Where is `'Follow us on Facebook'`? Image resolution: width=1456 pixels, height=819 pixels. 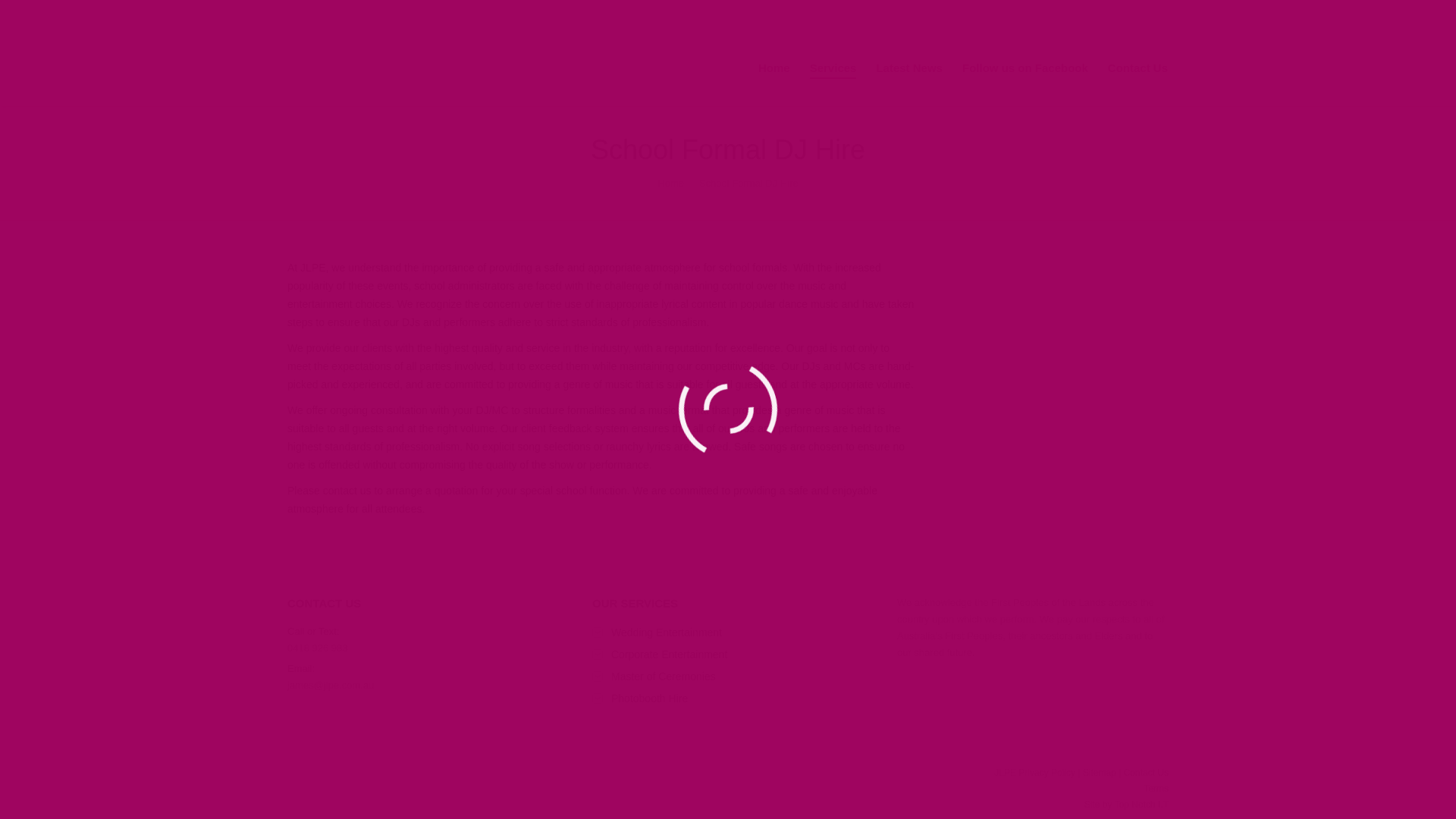
'Follow us on Facebook' is located at coordinates (960, 68).